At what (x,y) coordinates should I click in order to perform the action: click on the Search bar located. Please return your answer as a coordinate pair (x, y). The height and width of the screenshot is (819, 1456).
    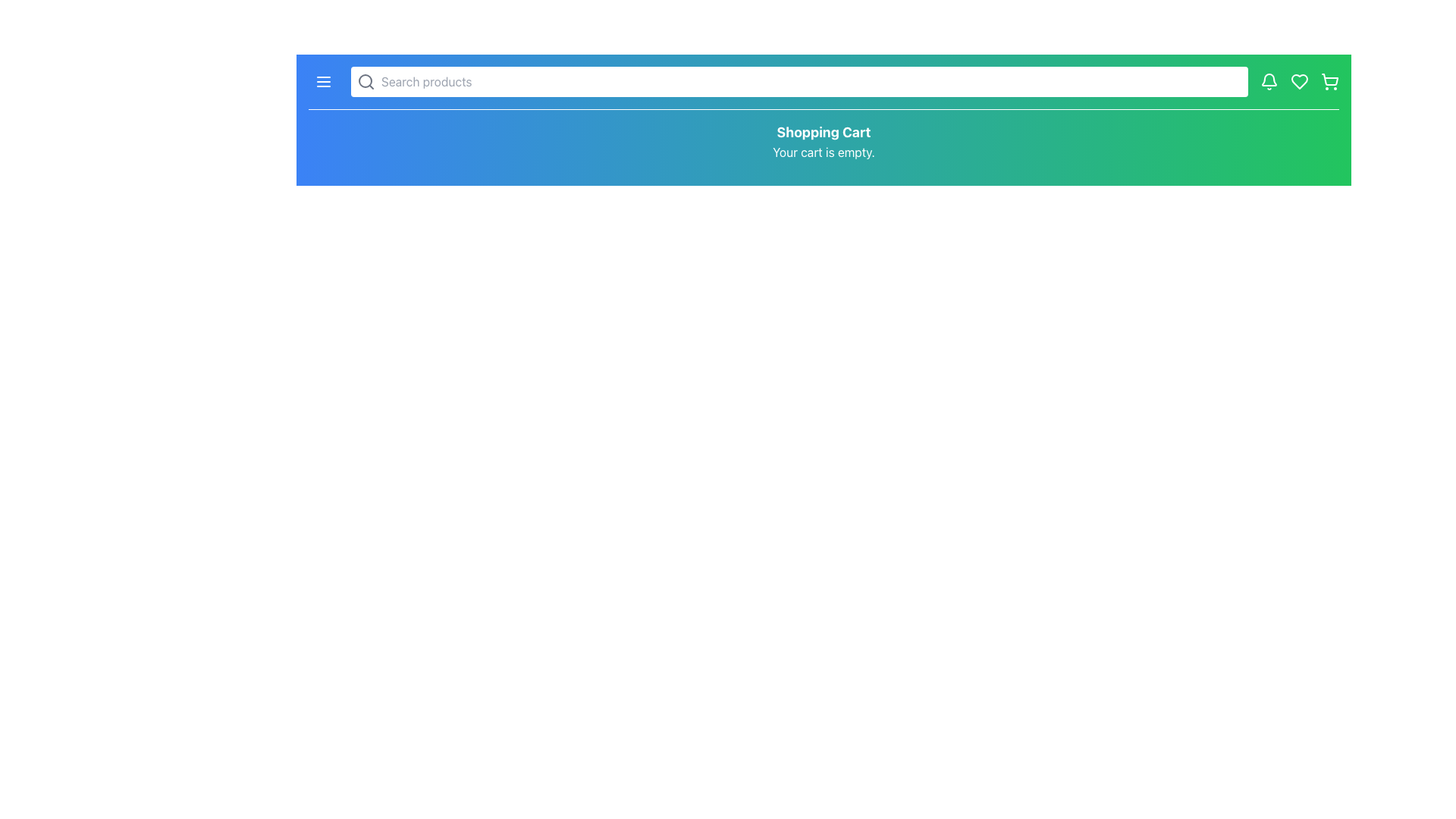
    Looking at the image, I should click on (799, 82).